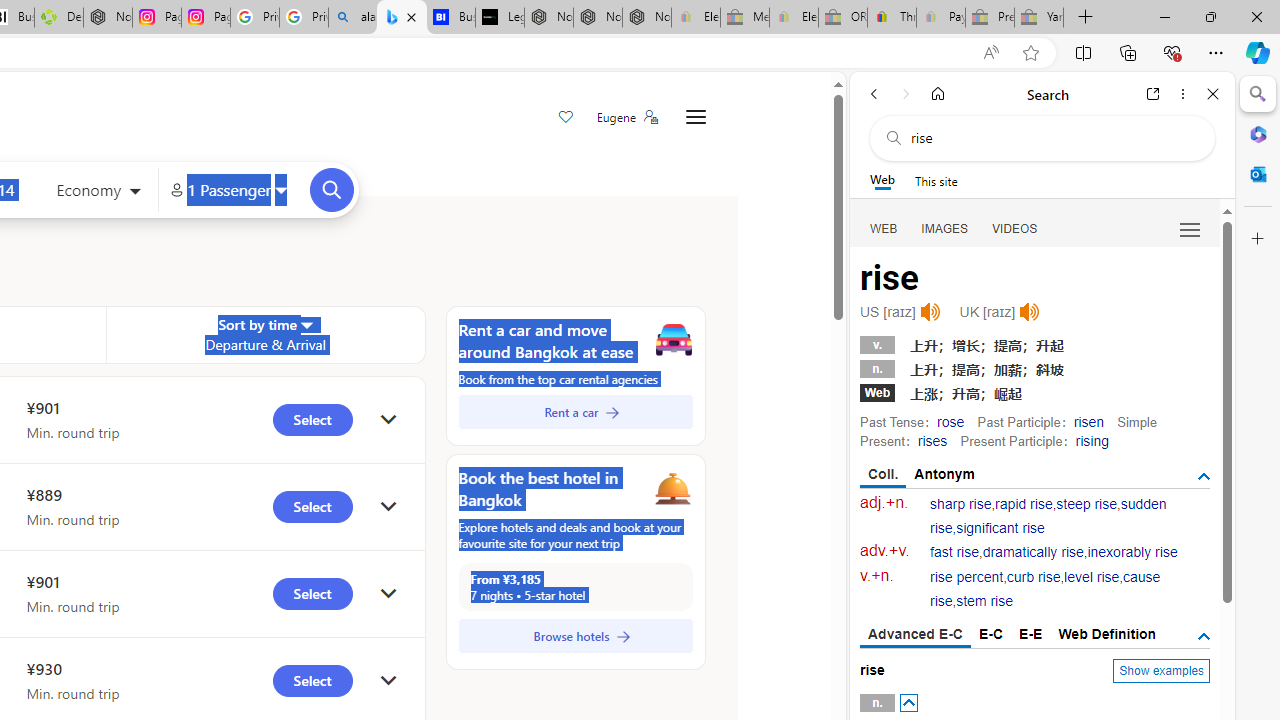 This screenshot has width=1280, height=720. I want to click on 'Antonym', so click(944, 474).